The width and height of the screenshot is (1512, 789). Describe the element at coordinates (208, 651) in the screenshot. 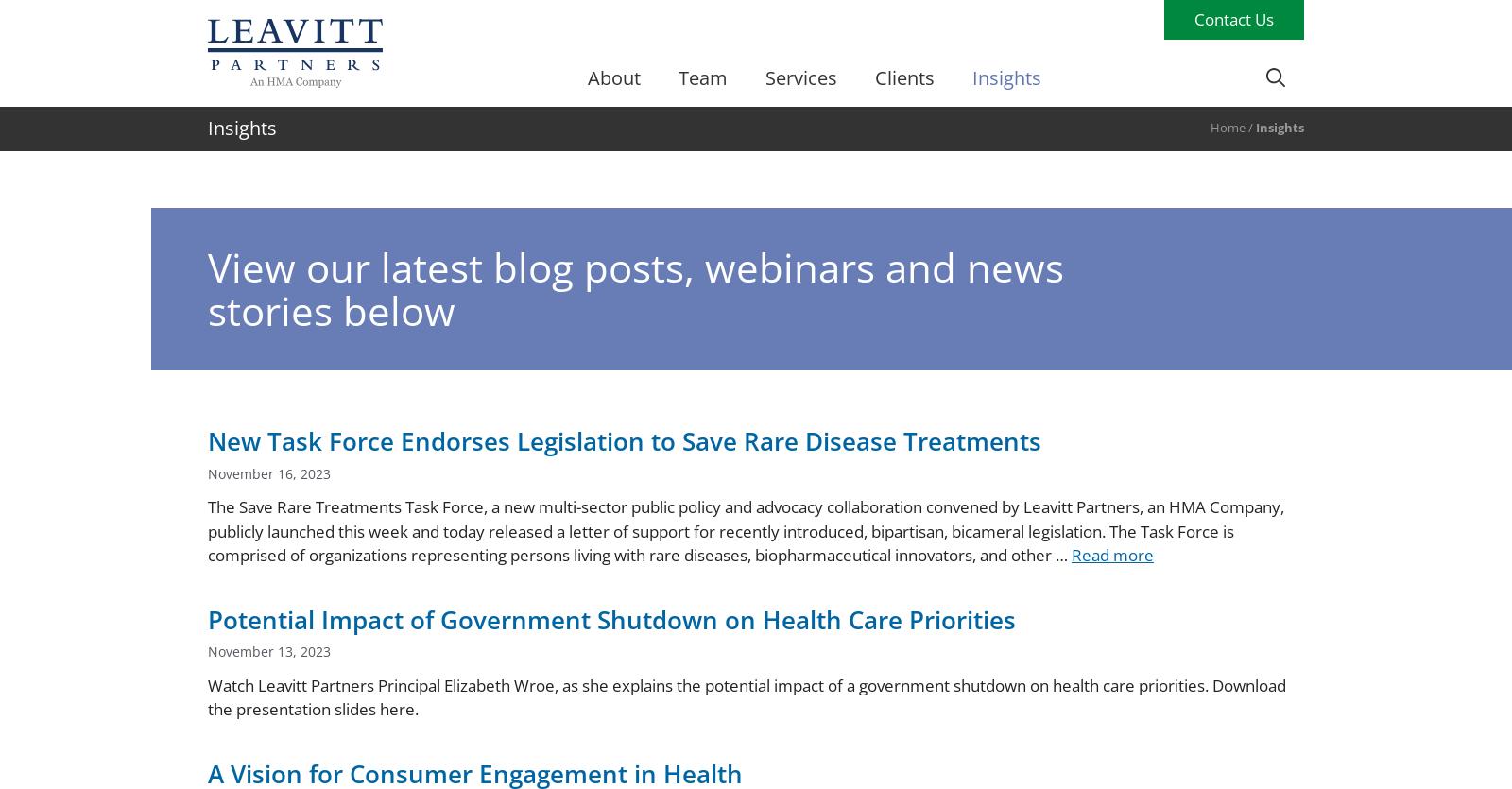

I see `'November 13, 2023'` at that location.